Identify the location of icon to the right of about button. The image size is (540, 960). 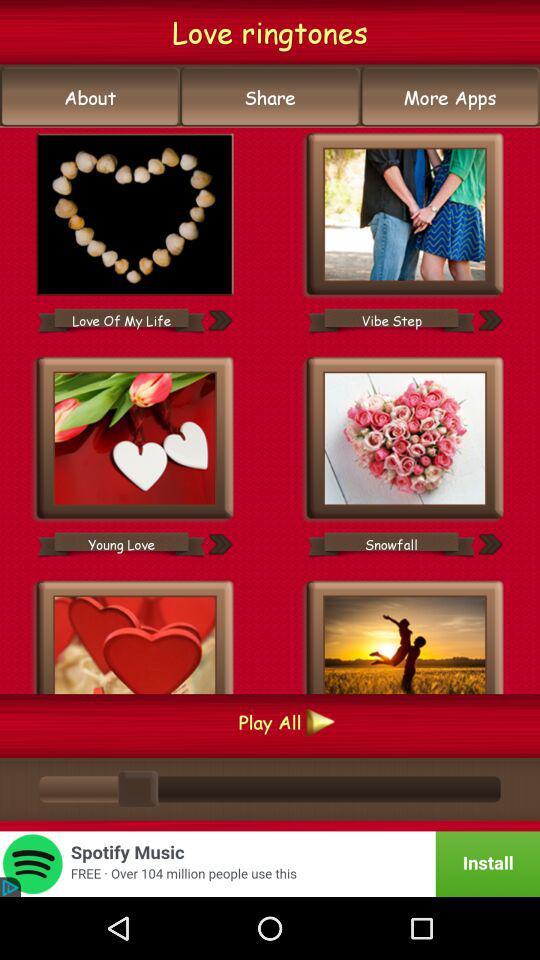
(270, 97).